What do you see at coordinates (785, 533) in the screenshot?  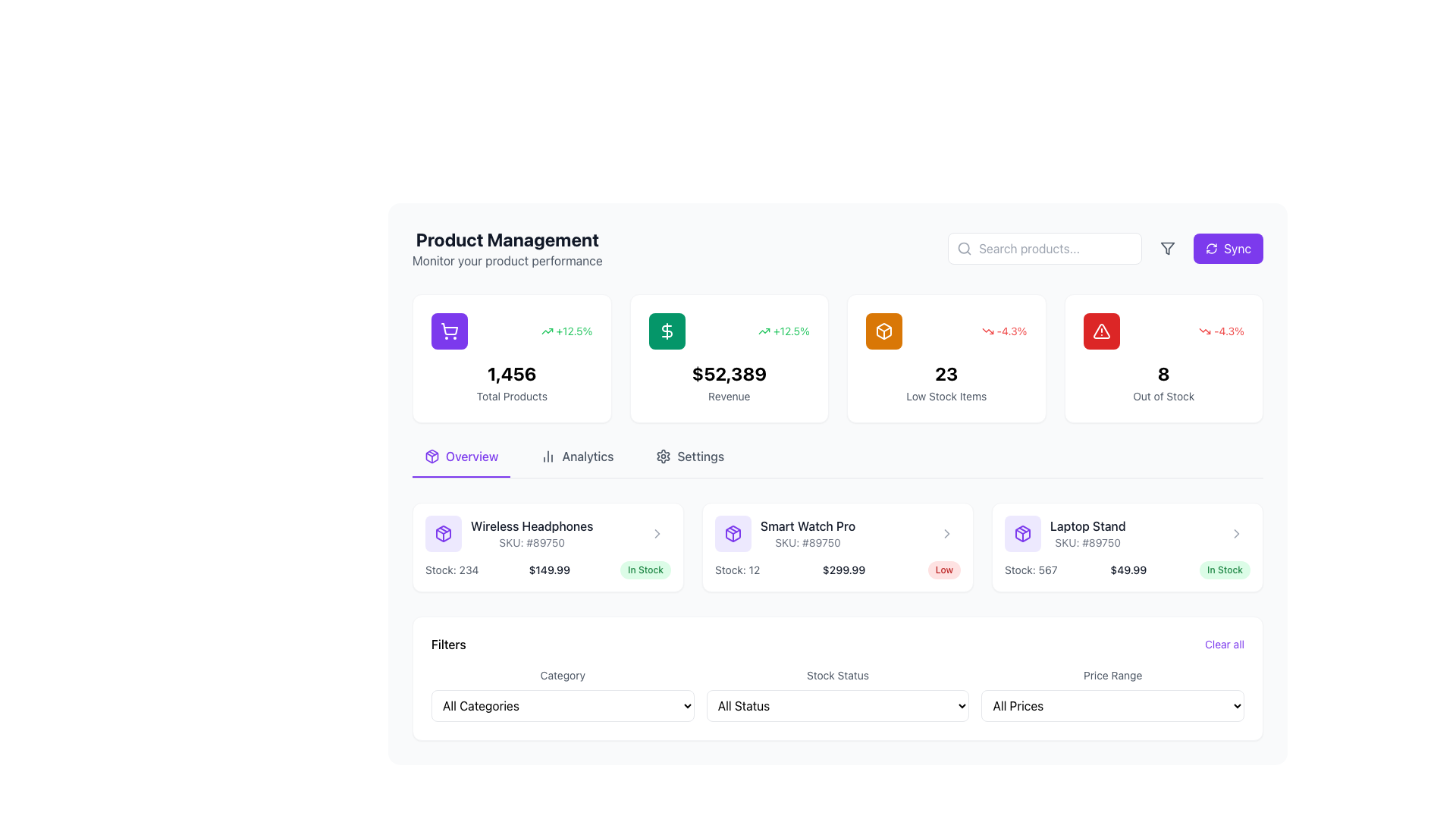 I see `the Card or List Item element featuring a violet package icon on the left with the text 'Smart Watch Pro' in bold and 'SKU: #89750' in gray, located in the middle of the second row of product cards under the 'Overview' tab` at bounding box center [785, 533].